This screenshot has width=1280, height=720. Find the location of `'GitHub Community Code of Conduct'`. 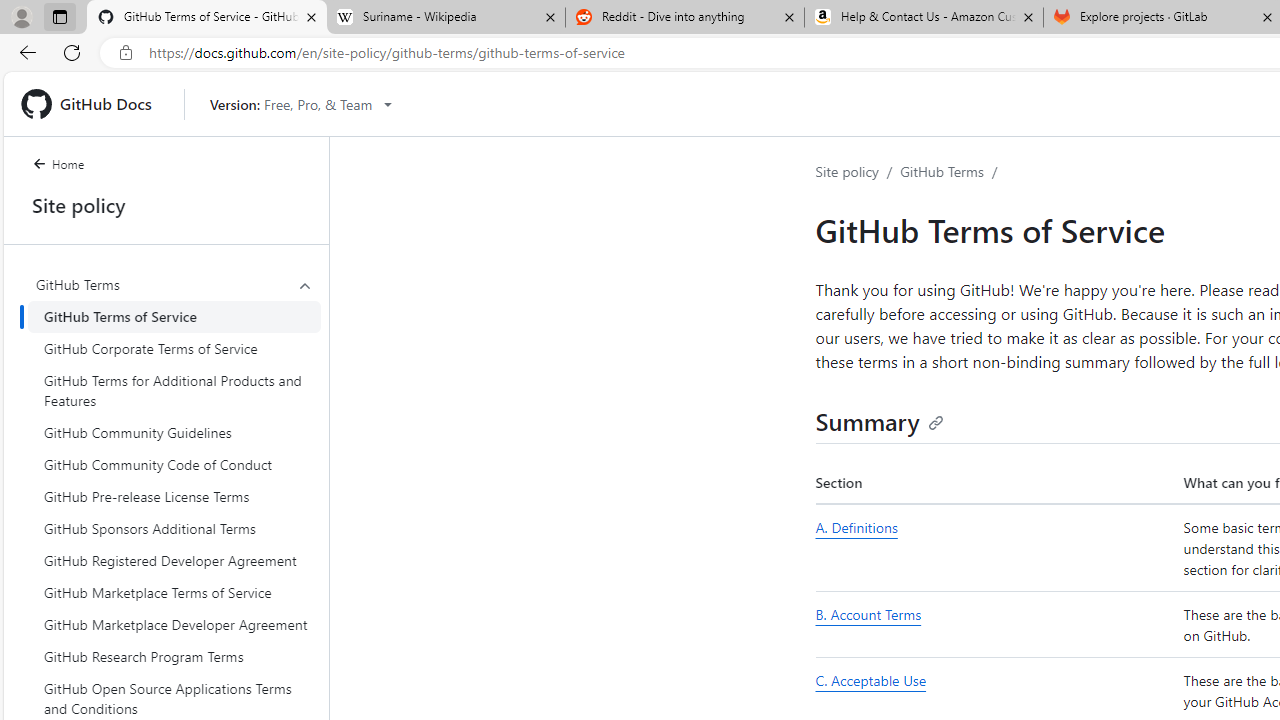

'GitHub Community Code of Conduct' is located at coordinates (174, 465).